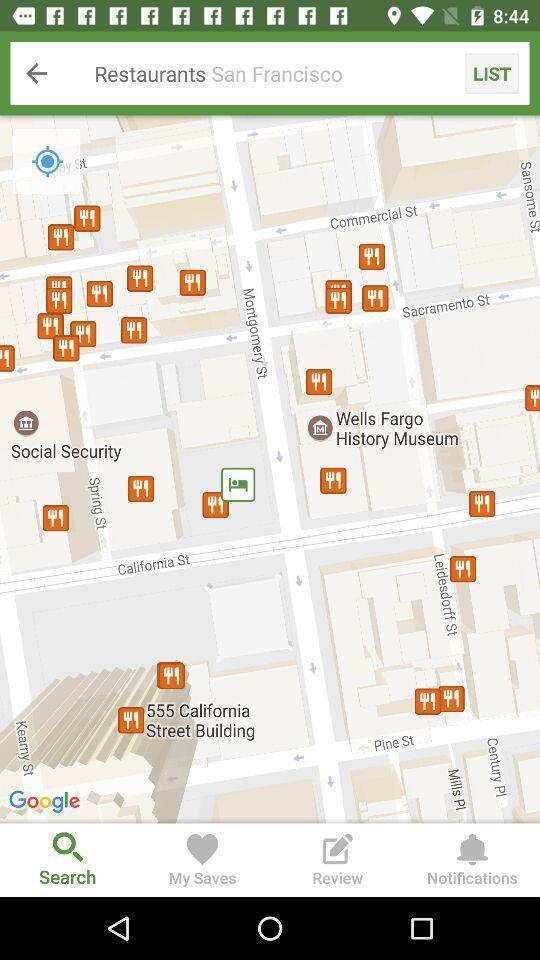 The image size is (540, 960). I want to click on item below restaurants san francisco, so click(270, 469).